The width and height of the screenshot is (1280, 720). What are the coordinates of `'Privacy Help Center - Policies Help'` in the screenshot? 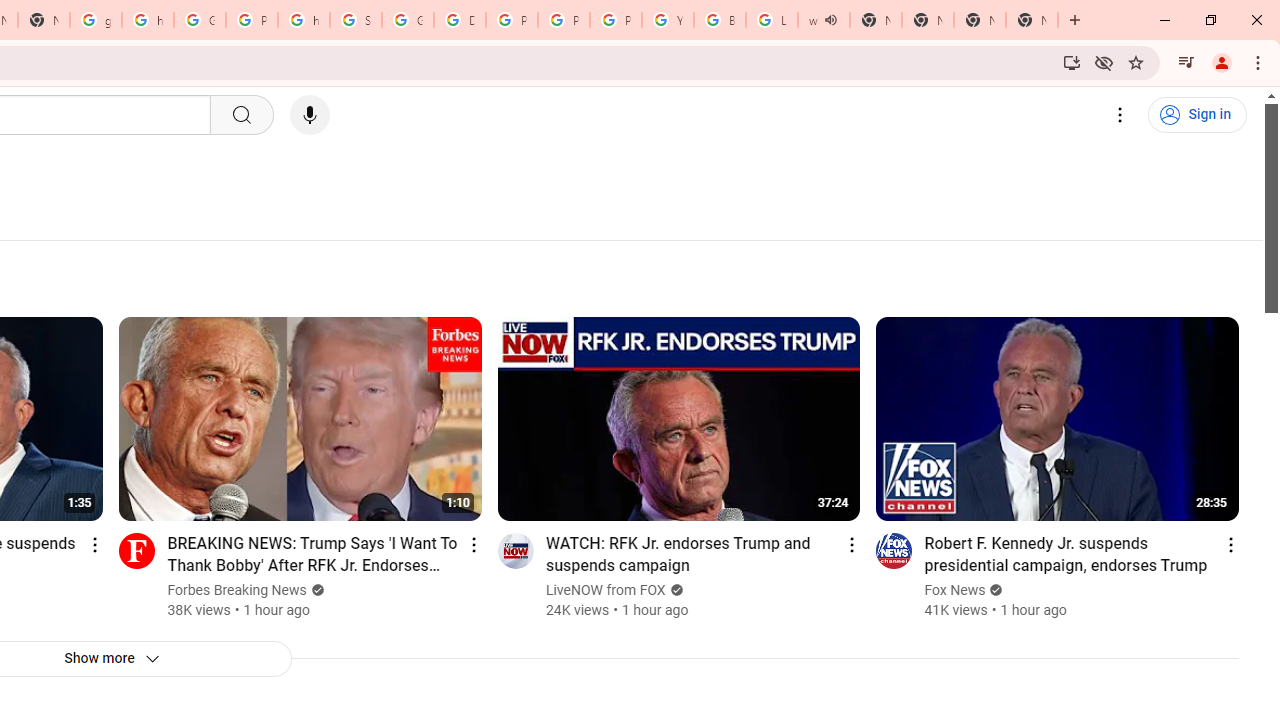 It's located at (562, 20).